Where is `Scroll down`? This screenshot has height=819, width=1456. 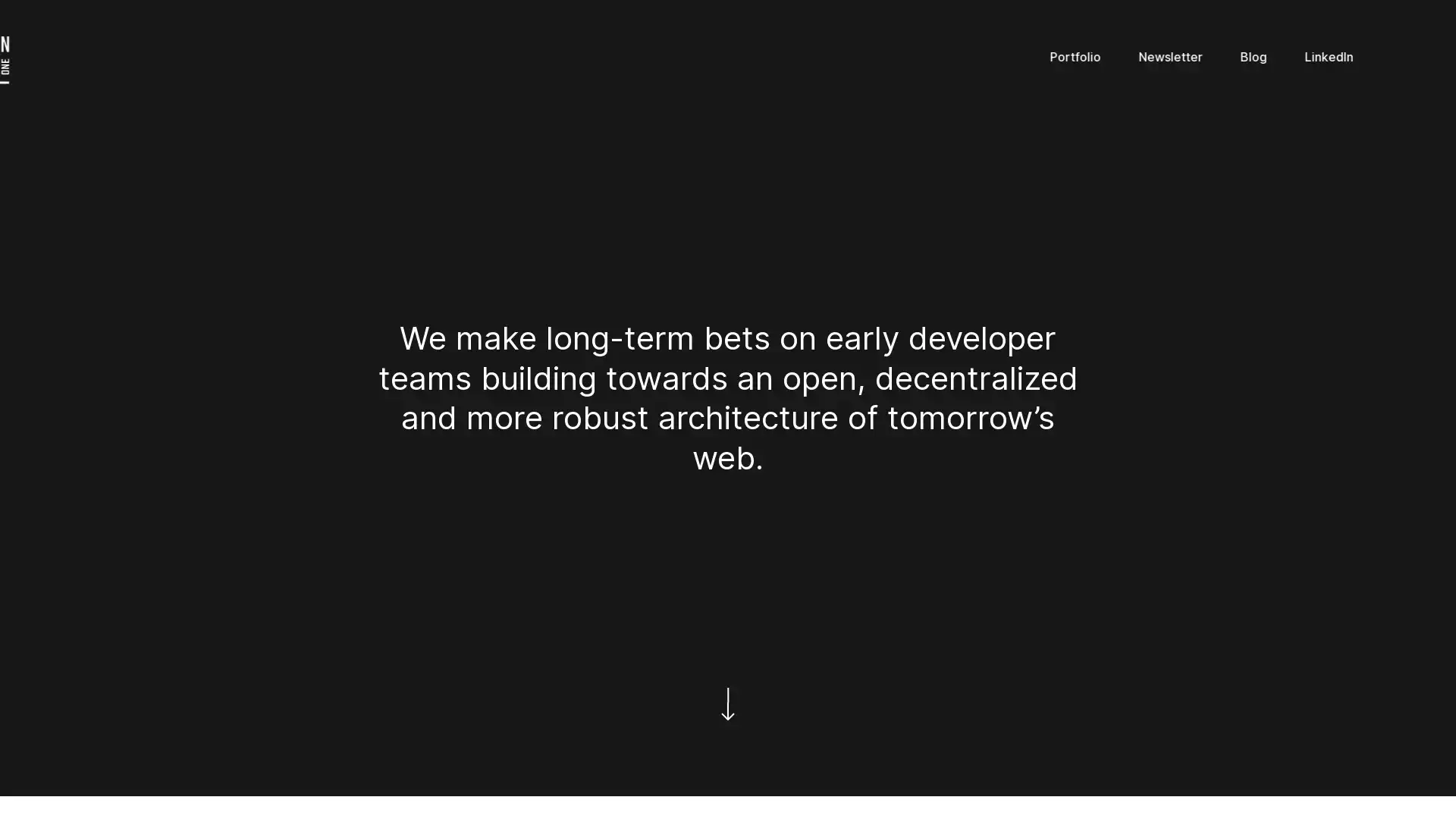 Scroll down is located at coordinates (726, 704).